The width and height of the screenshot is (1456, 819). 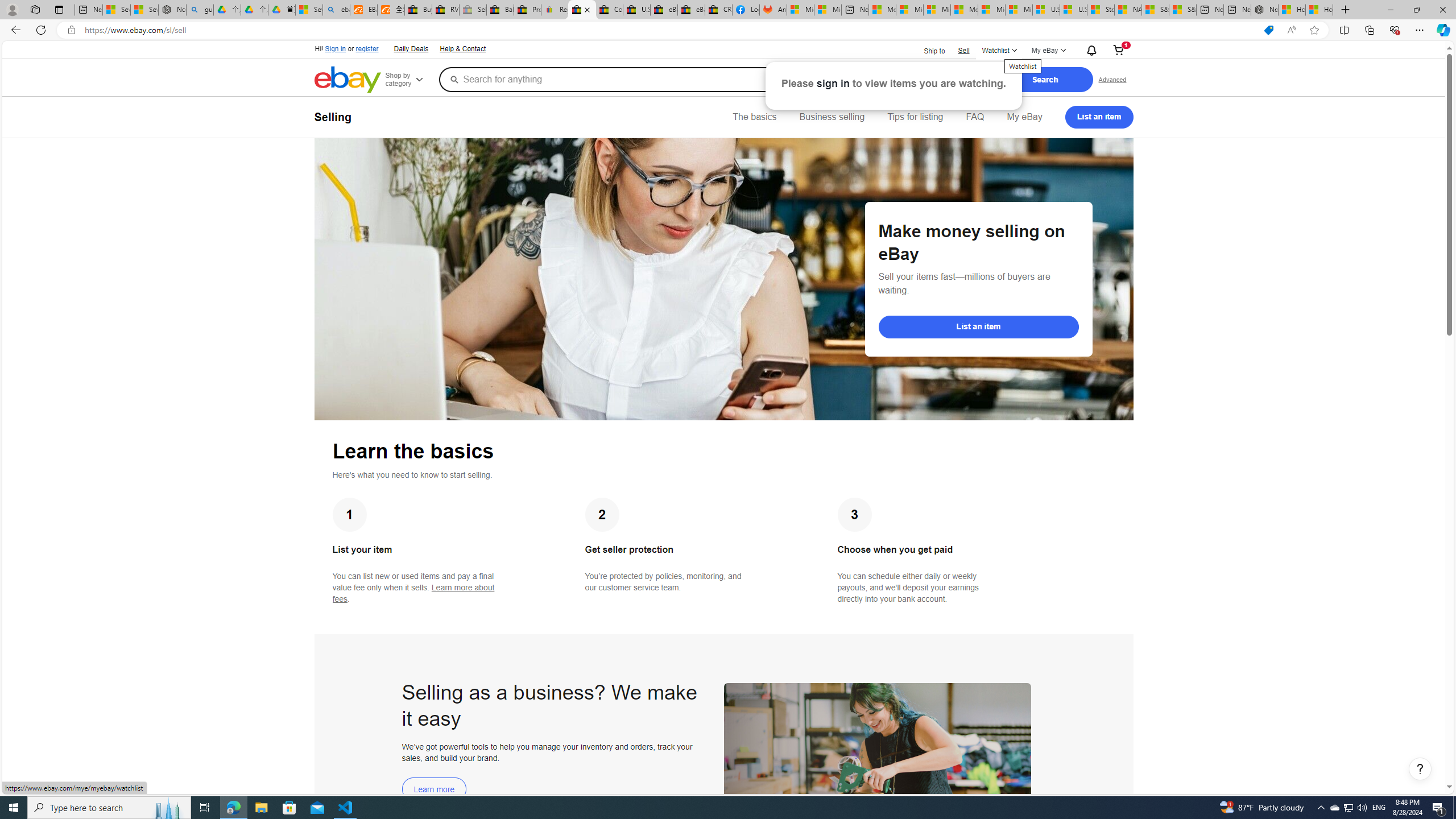 What do you see at coordinates (691, 9) in the screenshot?
I see `'eBay Inc. Reports Third Quarter 2023 Results'` at bounding box center [691, 9].